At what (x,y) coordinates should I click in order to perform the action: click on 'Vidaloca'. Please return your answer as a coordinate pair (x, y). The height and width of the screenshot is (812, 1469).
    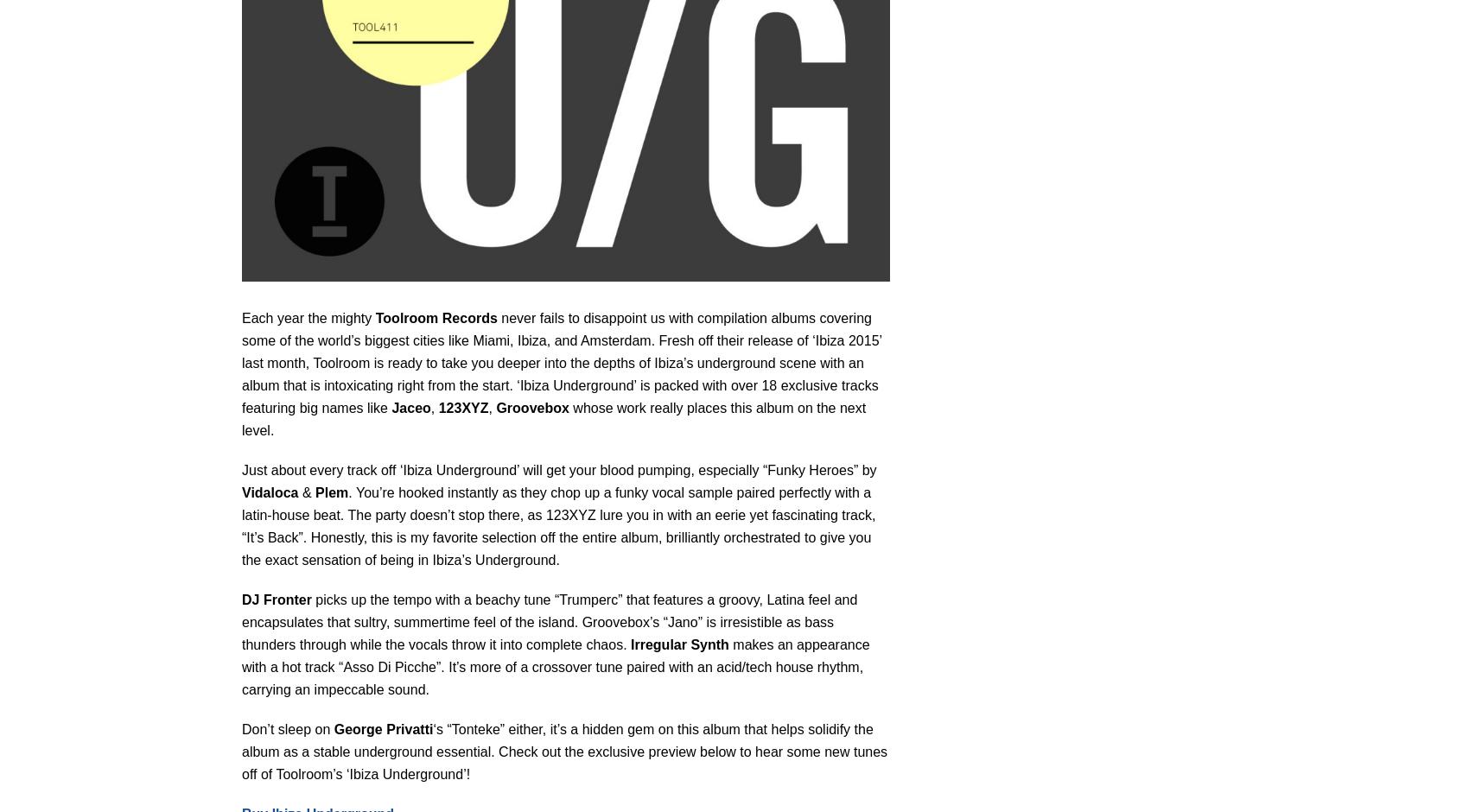
    Looking at the image, I should click on (270, 492).